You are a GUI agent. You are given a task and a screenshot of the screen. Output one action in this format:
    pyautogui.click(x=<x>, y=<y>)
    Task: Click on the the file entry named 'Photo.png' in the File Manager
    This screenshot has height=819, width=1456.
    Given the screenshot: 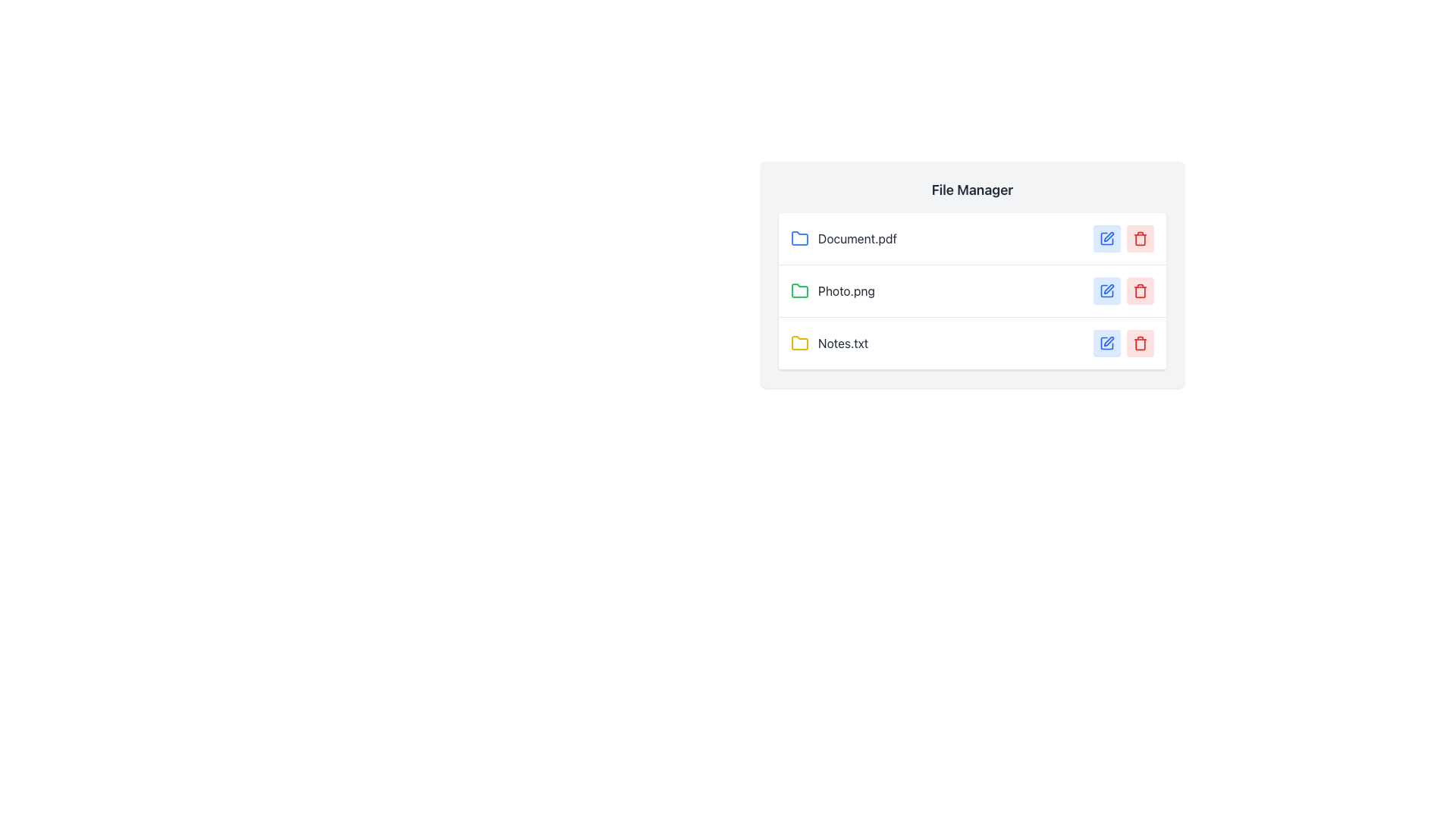 What is the action you would take?
    pyautogui.click(x=972, y=275)
    